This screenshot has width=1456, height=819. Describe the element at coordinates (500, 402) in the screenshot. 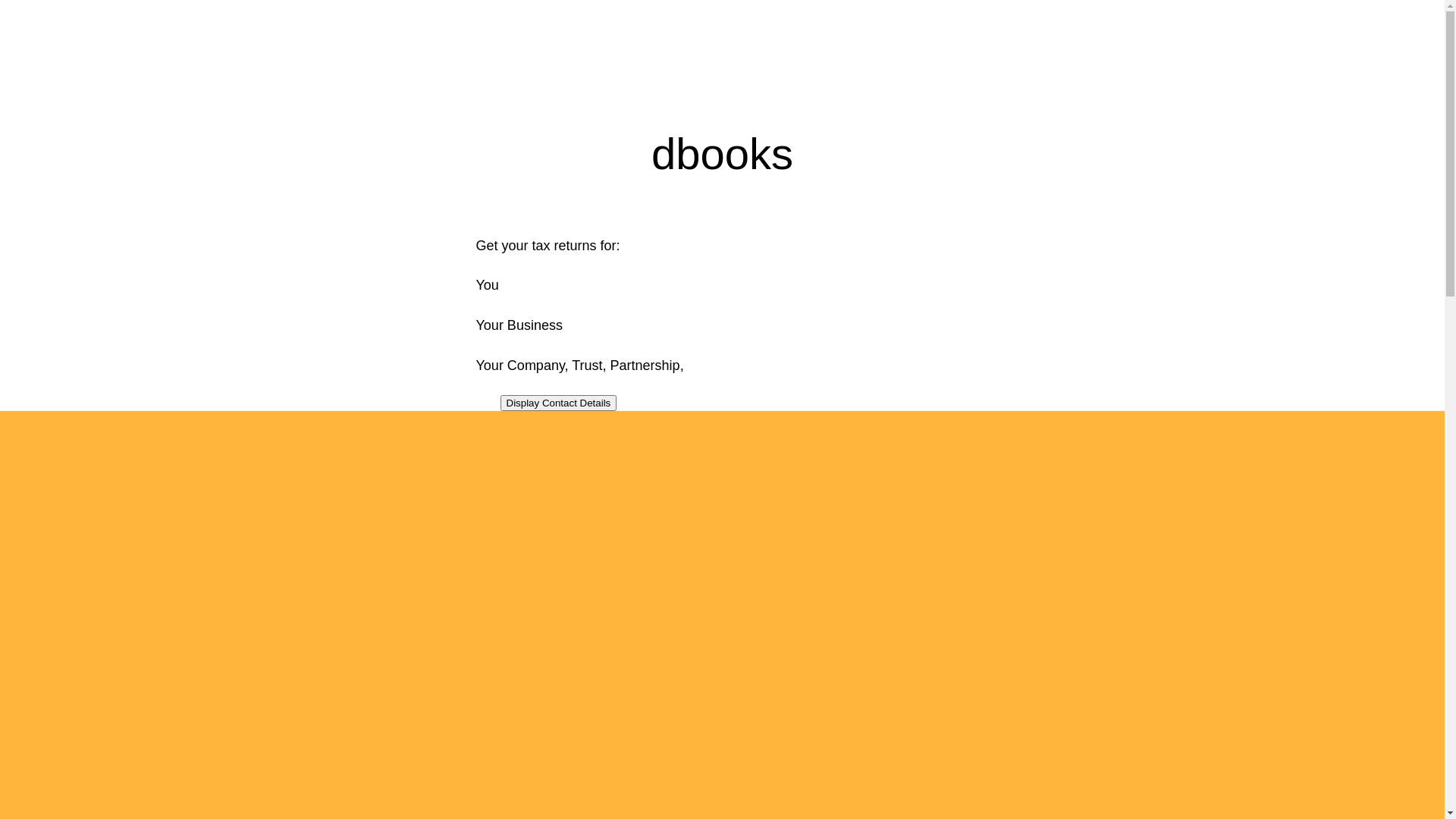

I see `'Display Contact Details'` at that location.